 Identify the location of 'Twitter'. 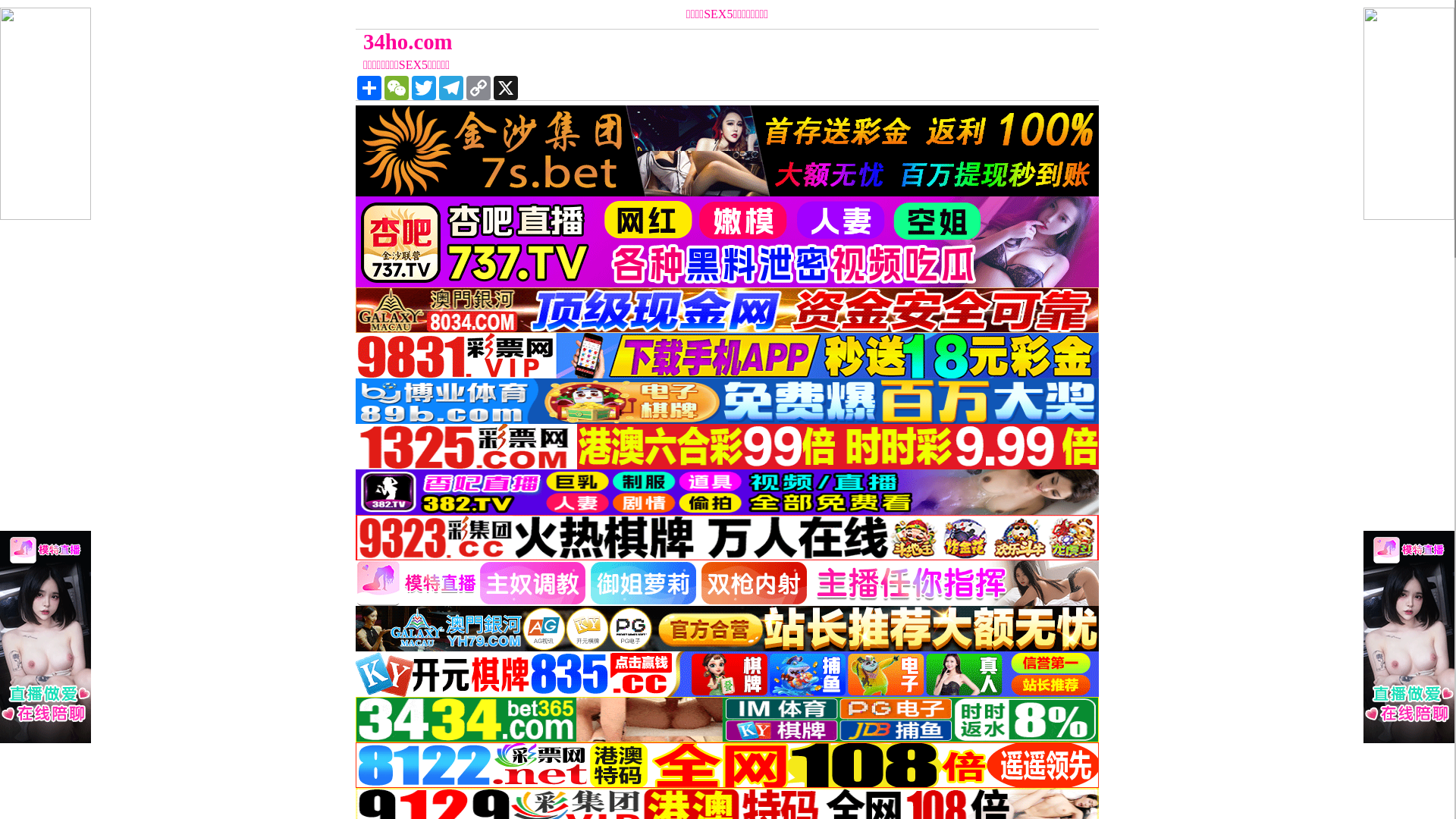
(423, 87).